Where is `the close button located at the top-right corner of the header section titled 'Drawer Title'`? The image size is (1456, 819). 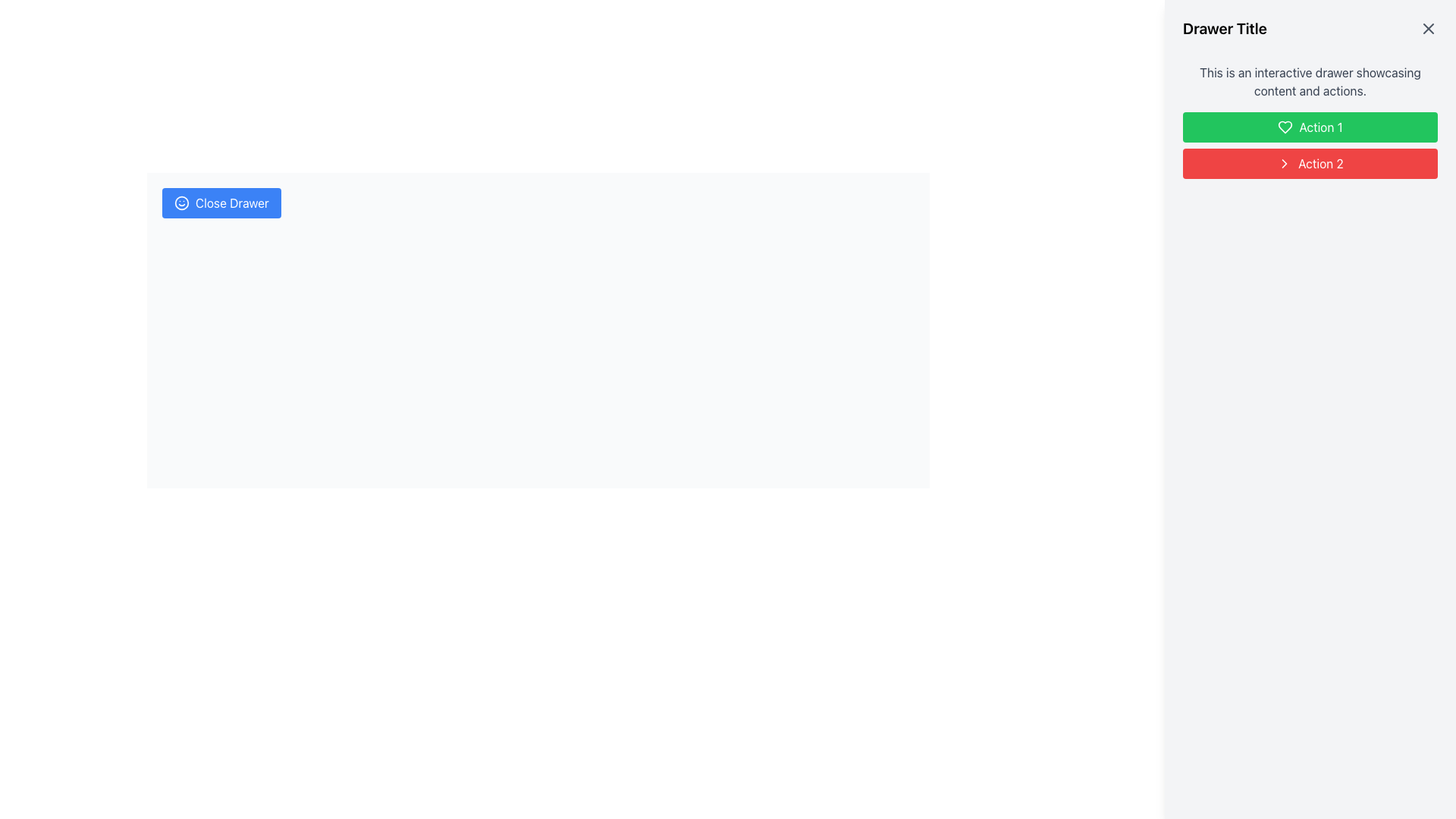
the close button located at the top-right corner of the header section titled 'Drawer Title' is located at coordinates (1427, 29).